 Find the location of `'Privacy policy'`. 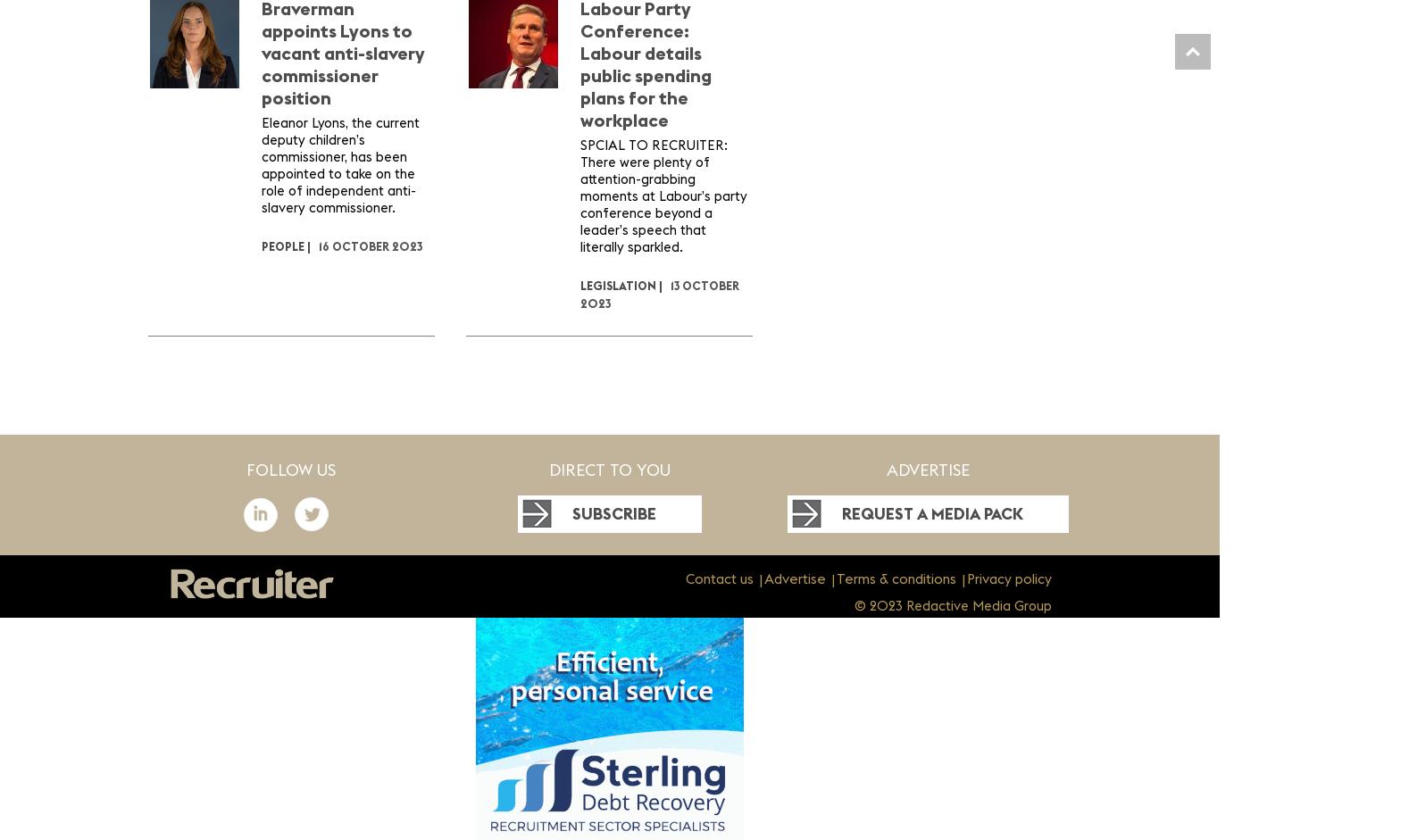

'Privacy policy' is located at coordinates (1007, 578).